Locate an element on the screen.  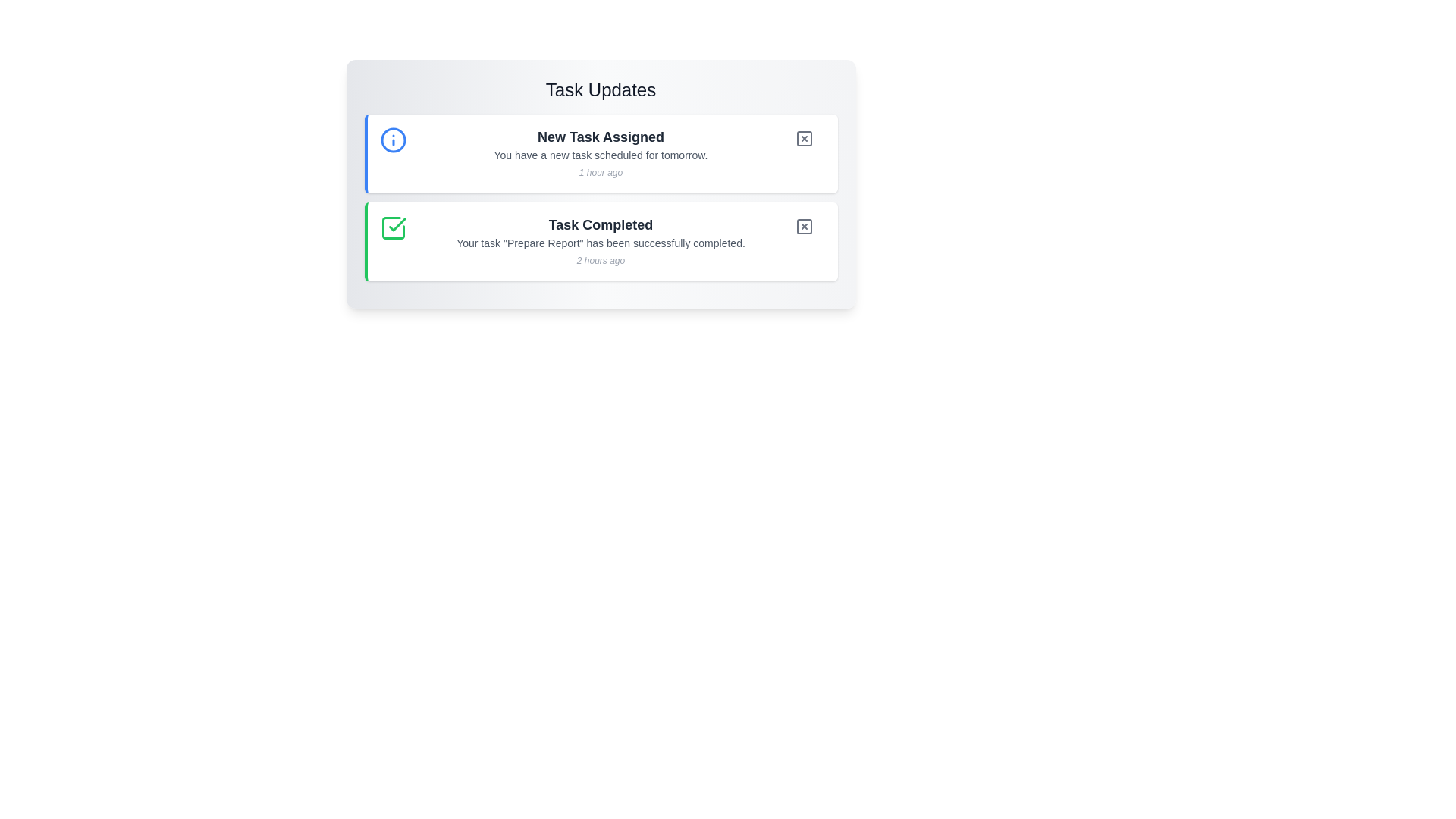
the static text that indicates the elapsed time since the task was marked as completed, located below the completion message of 'Your task "Prepare Report" has been successfully completed.' is located at coordinates (600, 259).